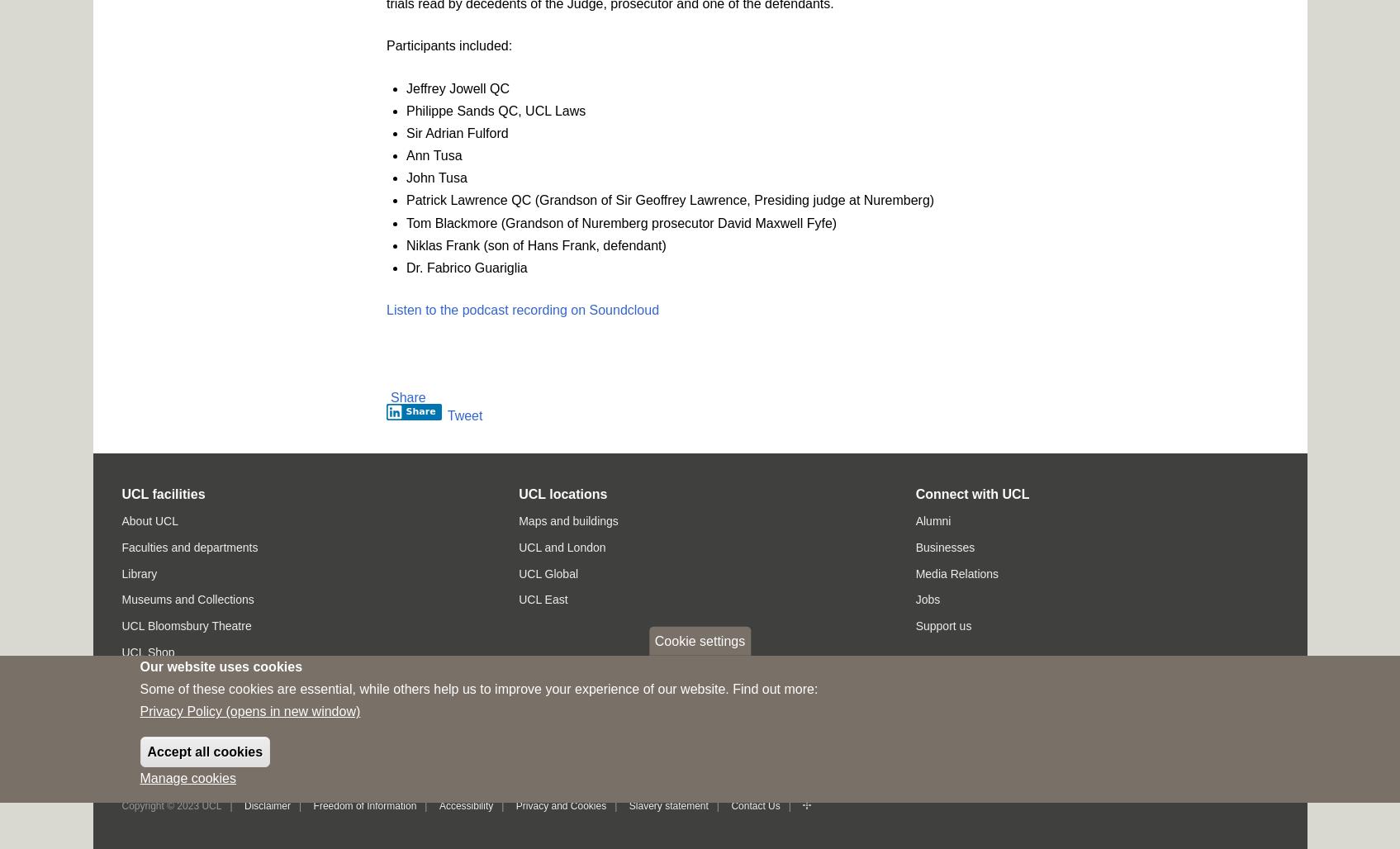 Image resolution: width=1400 pixels, height=849 pixels. I want to click on 'Copyright © 2023 UCL', so click(170, 804).